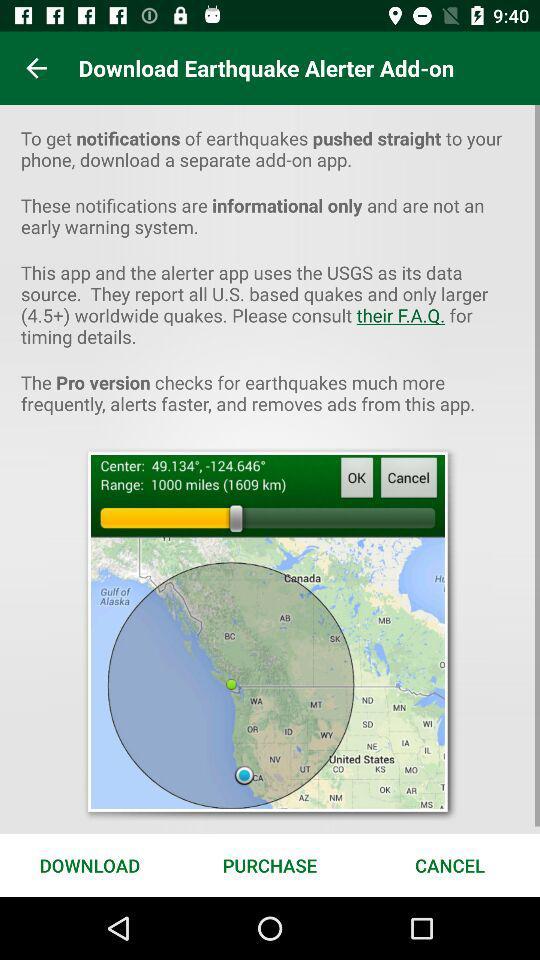 The width and height of the screenshot is (540, 960). What do you see at coordinates (449, 864) in the screenshot?
I see `item next to the purchase icon` at bounding box center [449, 864].